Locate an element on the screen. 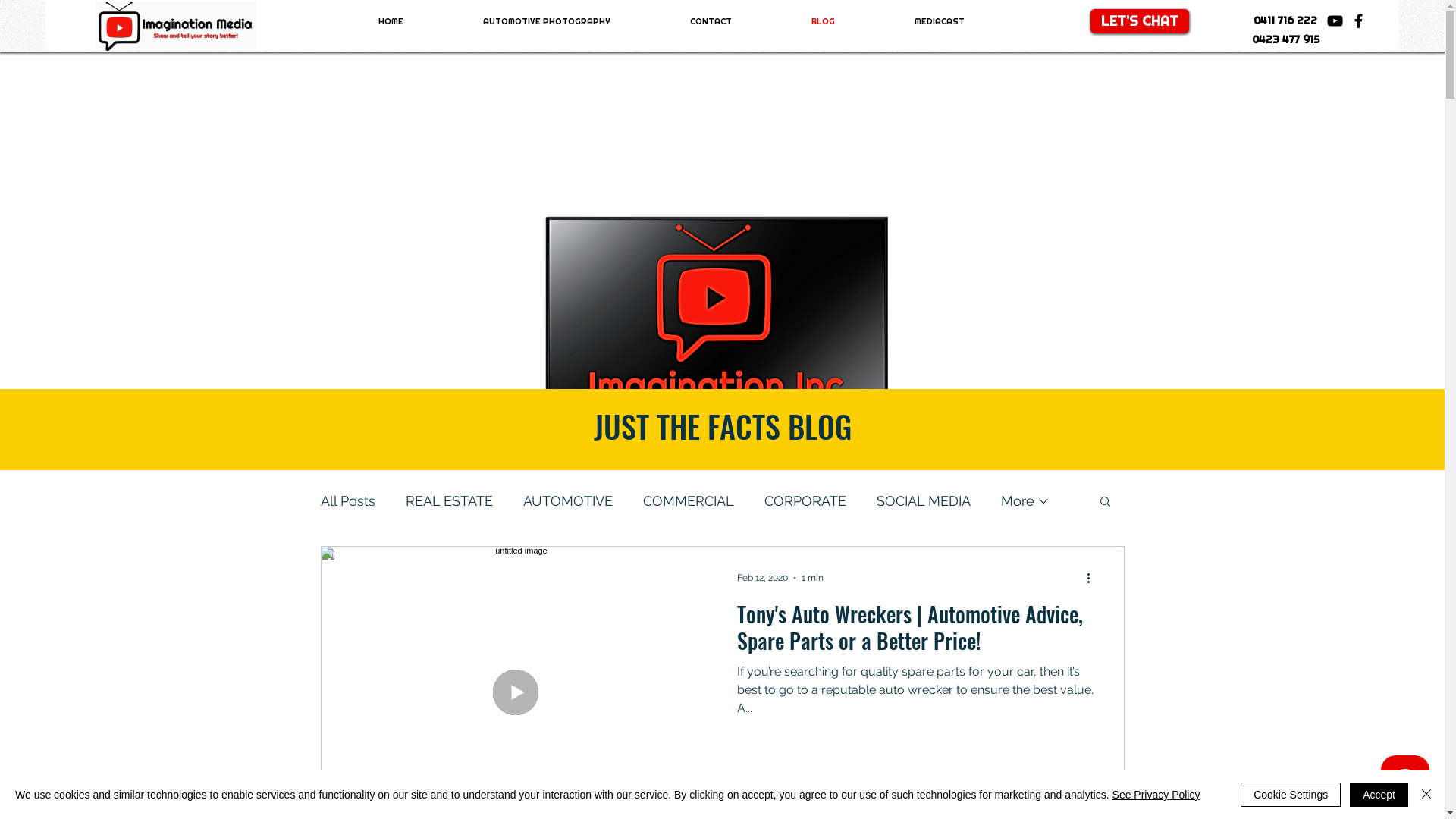  'All Posts' is located at coordinates (346, 500).